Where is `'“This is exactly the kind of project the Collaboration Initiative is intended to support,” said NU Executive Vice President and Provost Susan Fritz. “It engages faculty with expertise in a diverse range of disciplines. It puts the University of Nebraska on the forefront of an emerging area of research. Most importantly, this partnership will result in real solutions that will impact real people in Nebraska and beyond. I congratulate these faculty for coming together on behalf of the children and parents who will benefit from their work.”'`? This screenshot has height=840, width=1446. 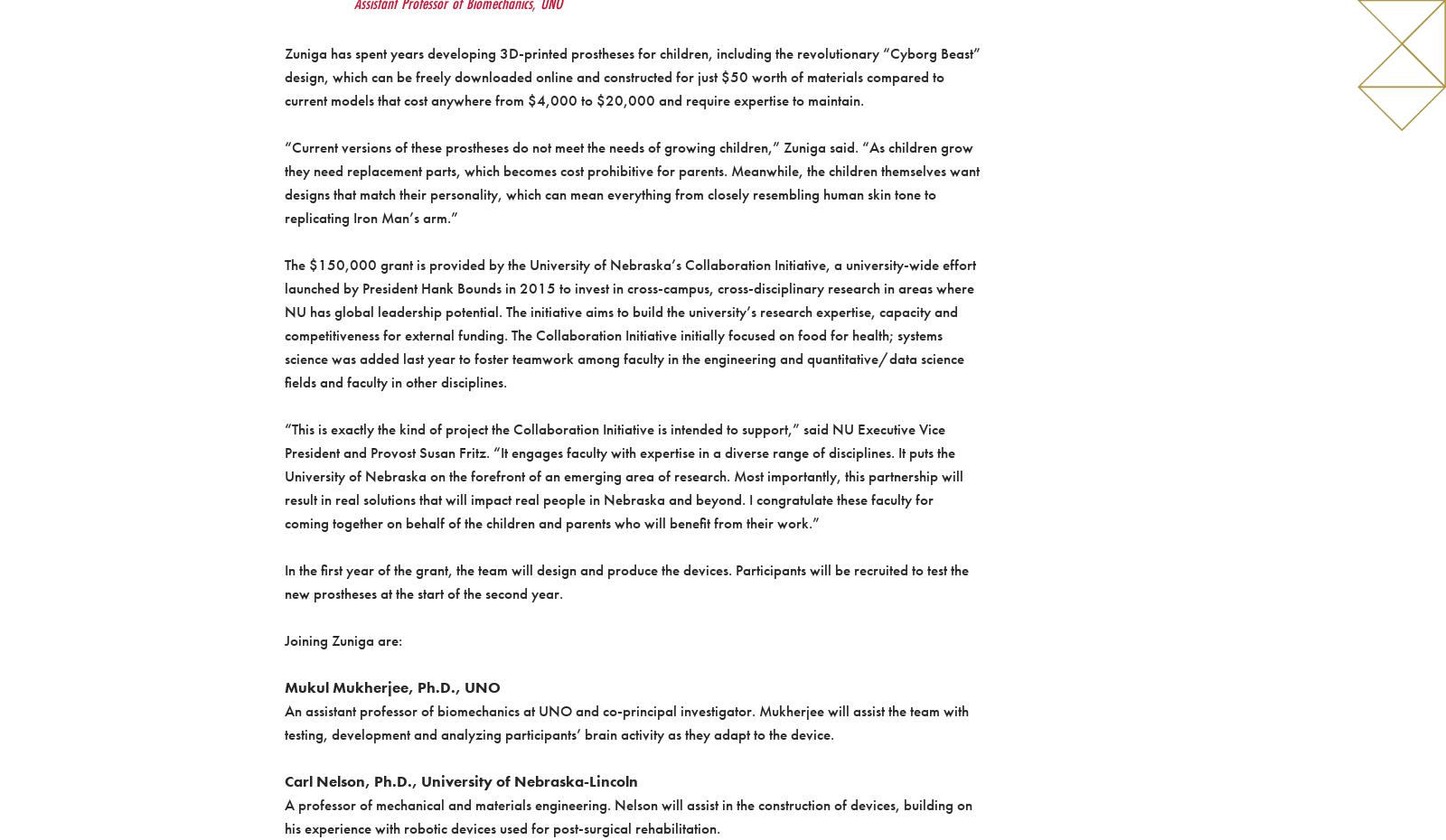 '“This is exactly the kind of project the Collaboration Initiative is intended to support,” said NU Executive Vice President and Provost Susan Fritz. “It engages faculty with expertise in a diverse range of disciplines. It puts the University of Nebraska on the forefront of an emerging area of research. Most importantly, this partnership will result in real solutions that will impact real people in Nebraska and beyond. I congratulate these faculty for coming together on behalf of the children and parents who will benefit from their work.”' is located at coordinates (623, 475).